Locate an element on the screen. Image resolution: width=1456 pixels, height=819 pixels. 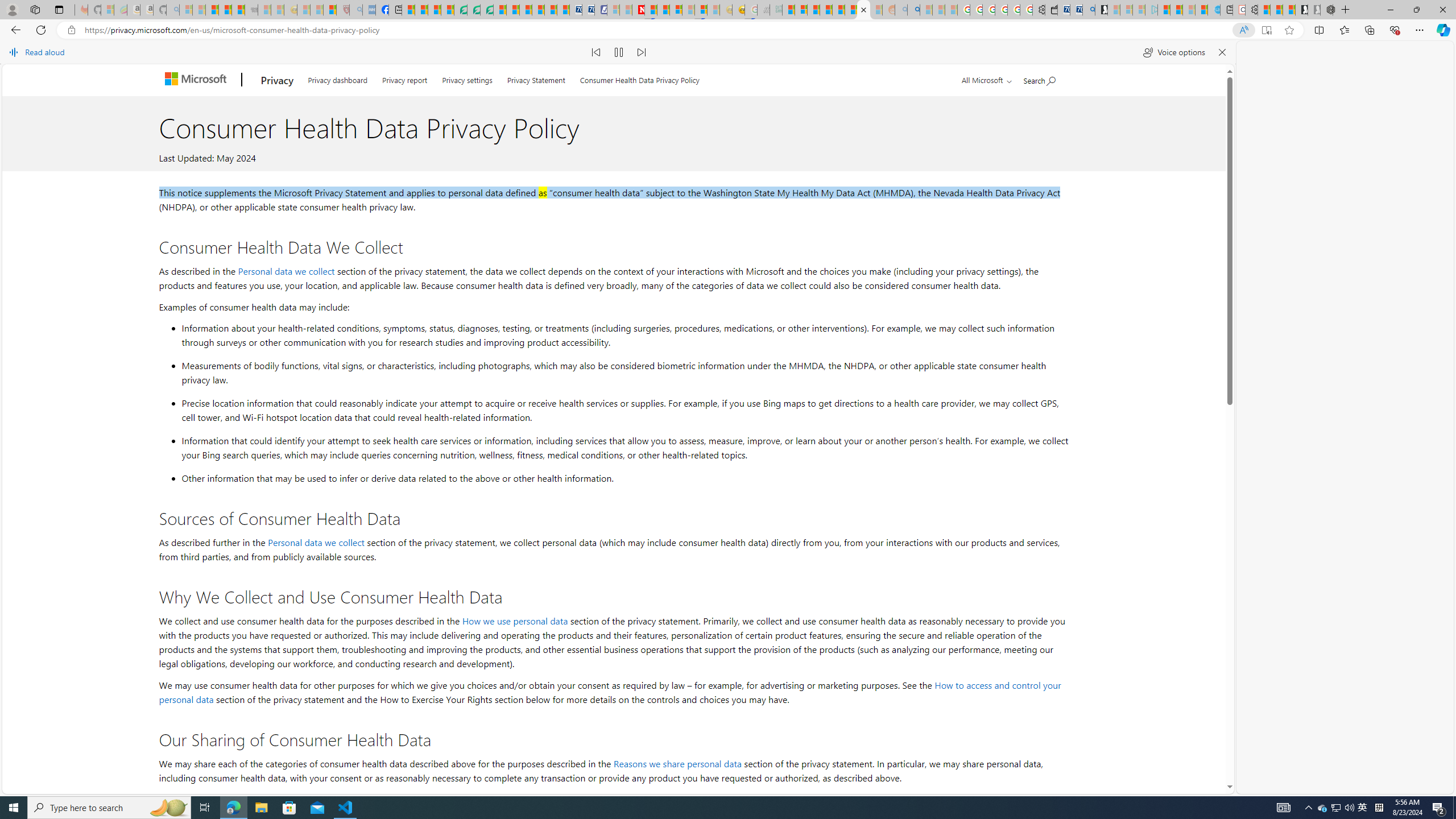
'Pause read aloud (Ctrl+Shift+U)' is located at coordinates (619, 52).